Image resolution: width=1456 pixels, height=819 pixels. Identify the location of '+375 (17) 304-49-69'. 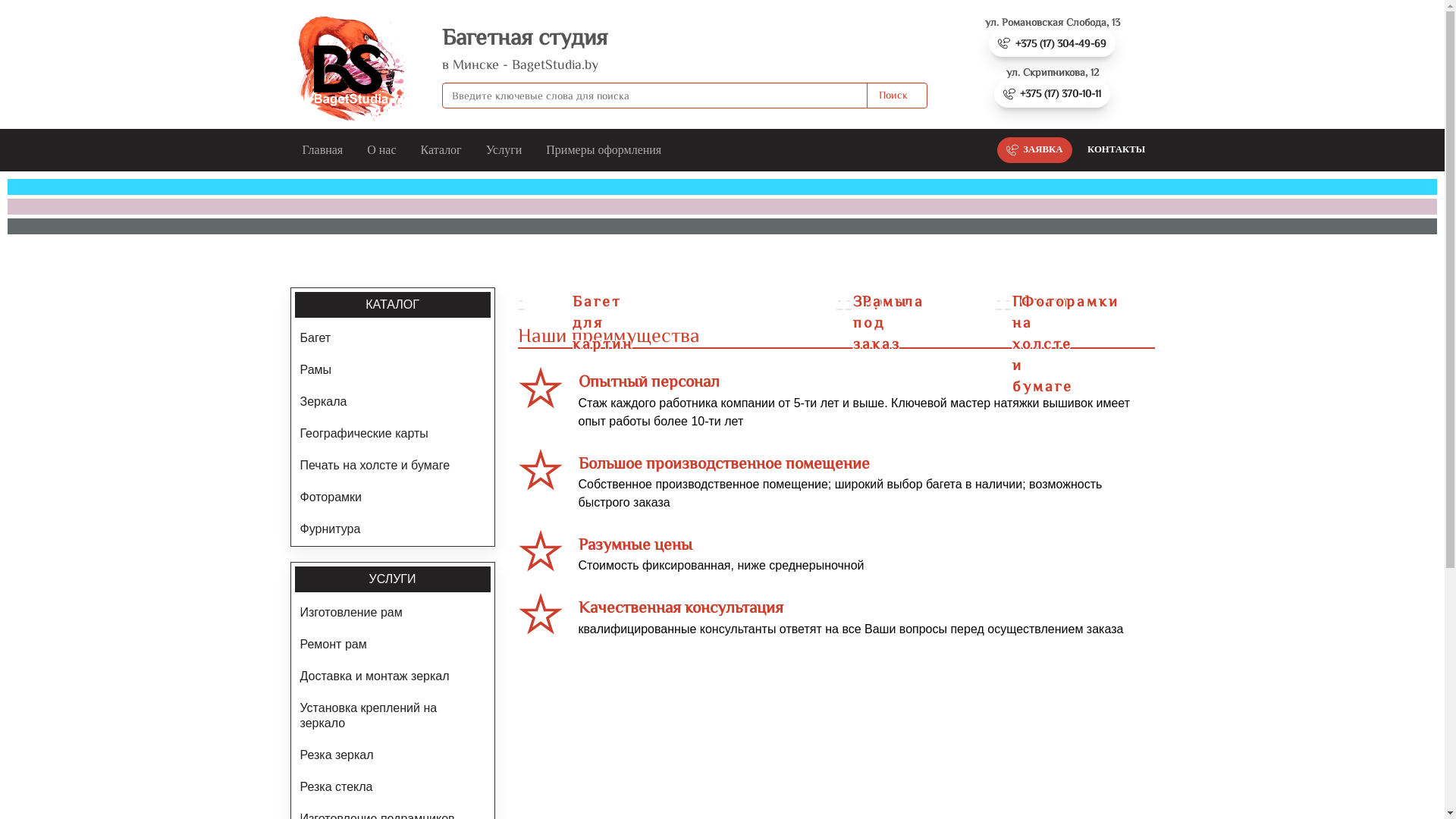
(1051, 42).